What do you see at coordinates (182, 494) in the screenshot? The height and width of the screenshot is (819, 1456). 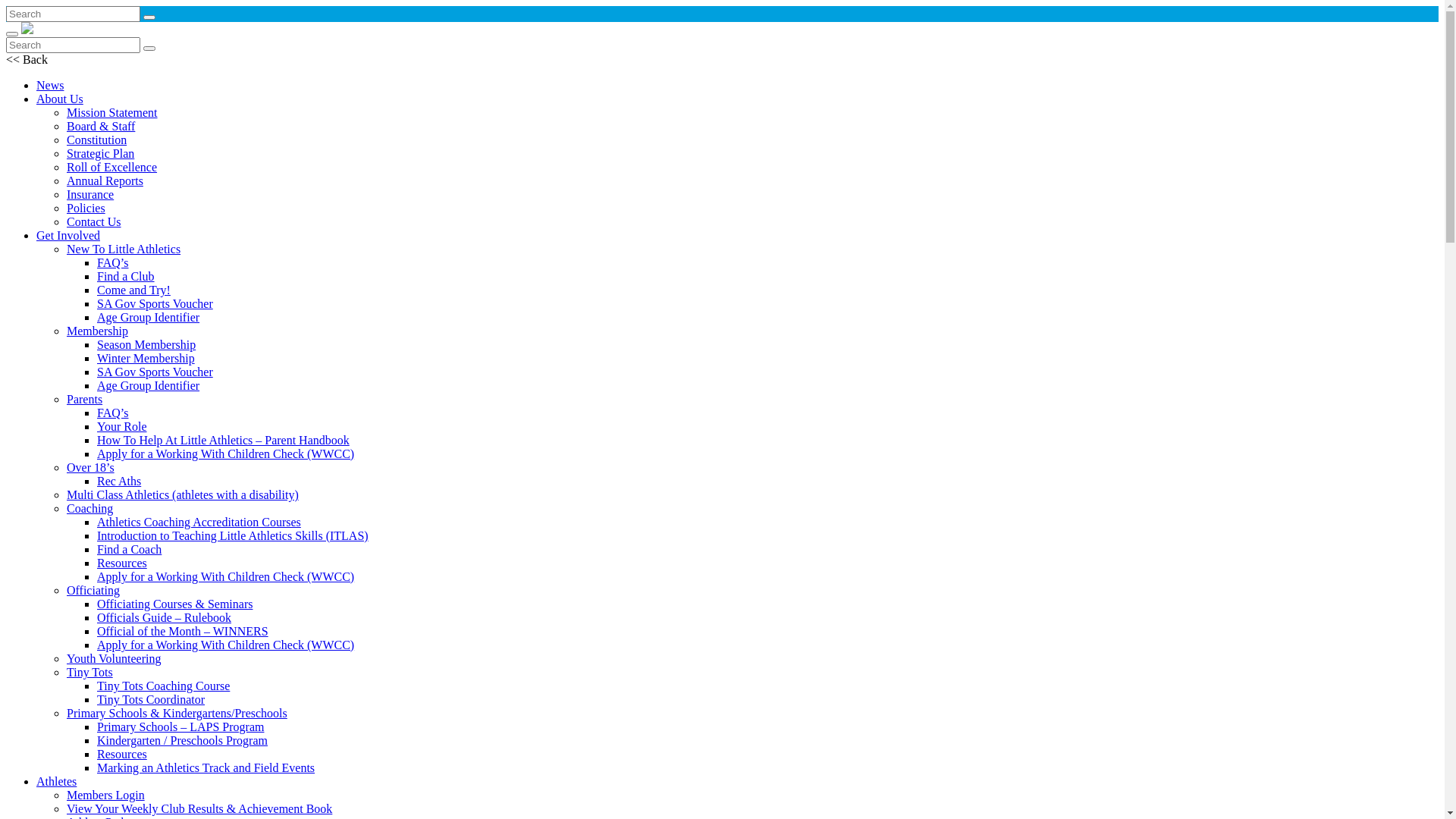 I see `'Multi Class Athletics (athletes with a disability)'` at bounding box center [182, 494].